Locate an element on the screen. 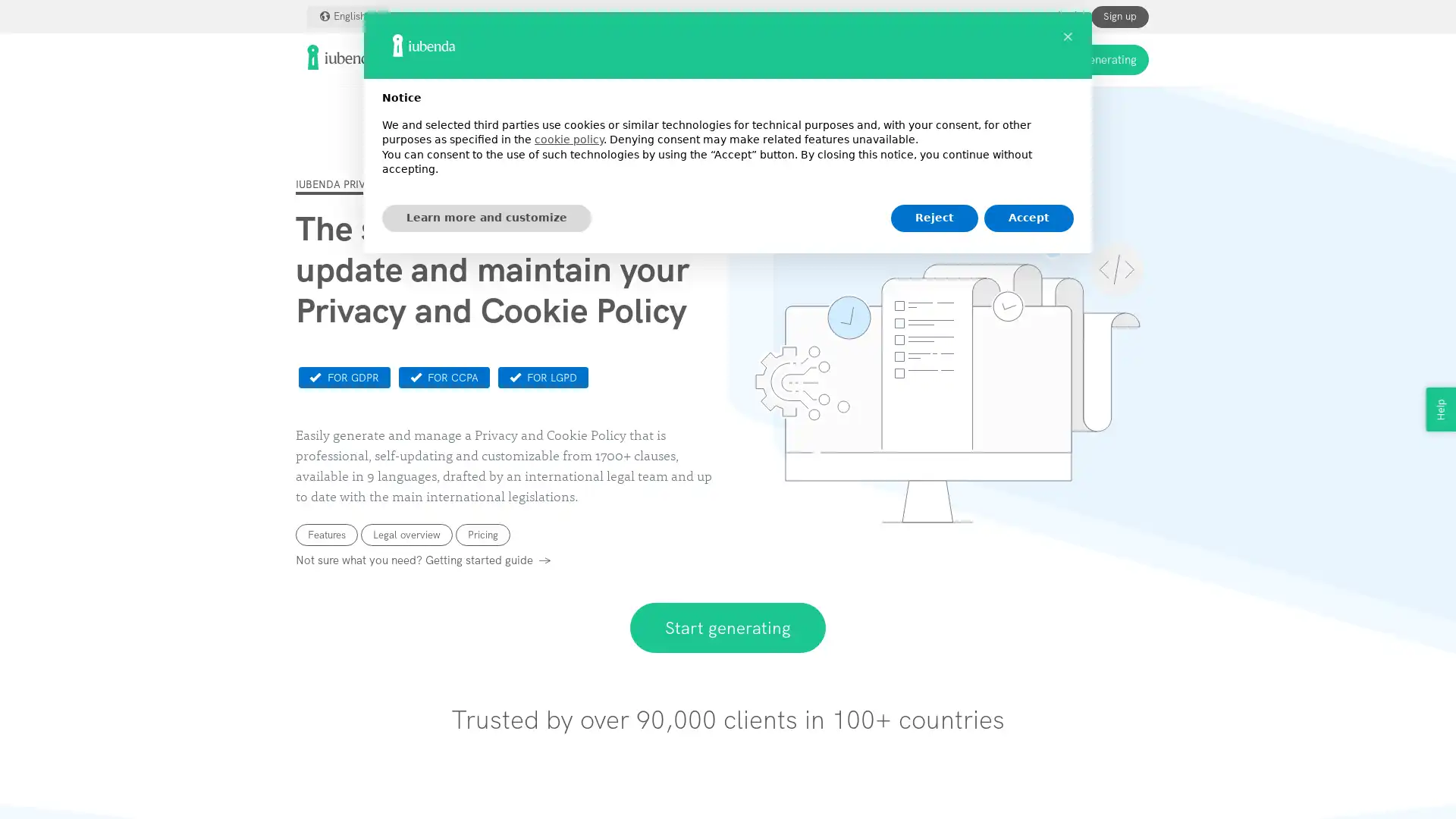 This screenshot has width=1456, height=819. Reject is located at coordinates (934, 217).